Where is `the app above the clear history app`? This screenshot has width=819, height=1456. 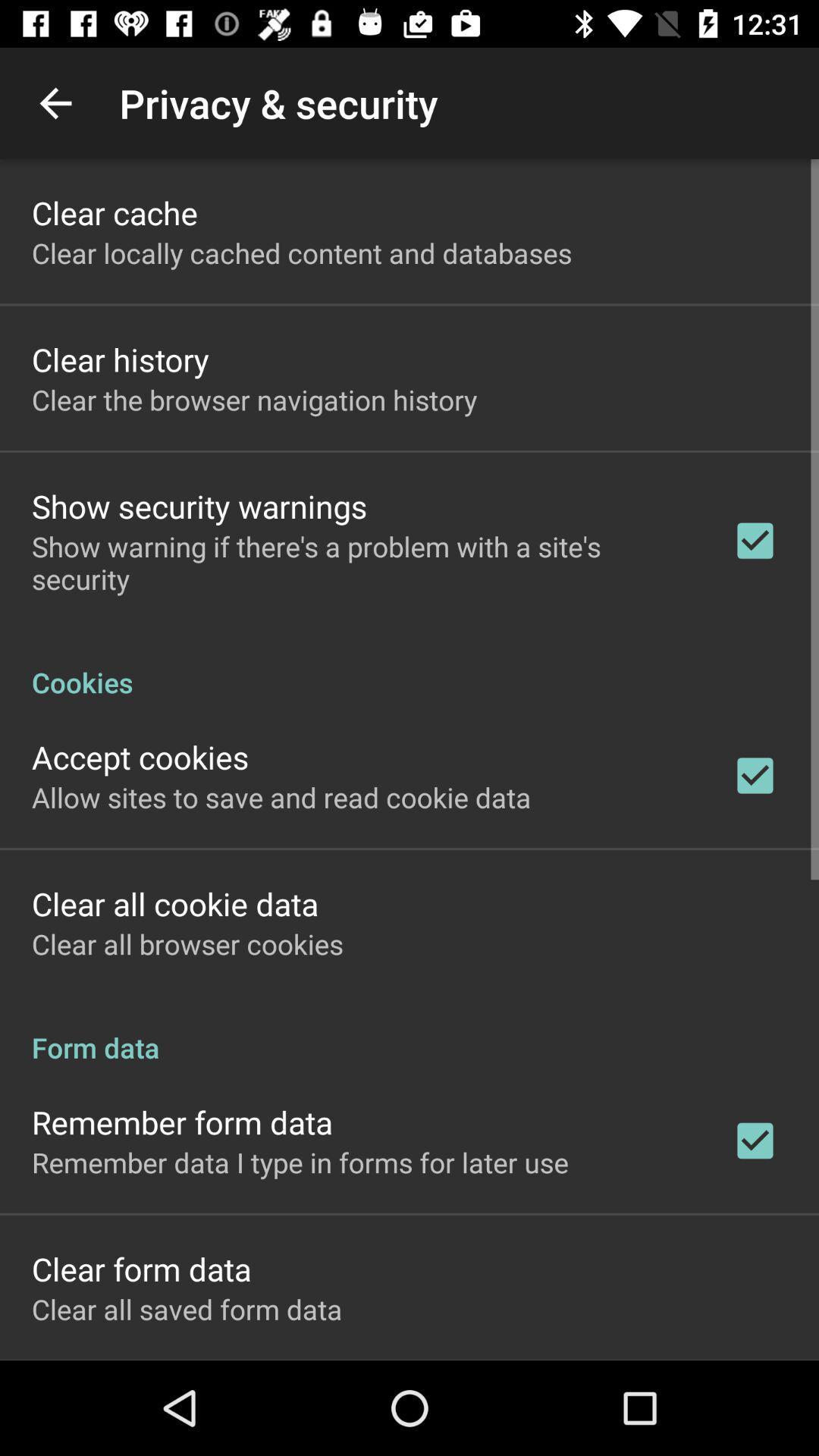
the app above the clear history app is located at coordinates (302, 253).